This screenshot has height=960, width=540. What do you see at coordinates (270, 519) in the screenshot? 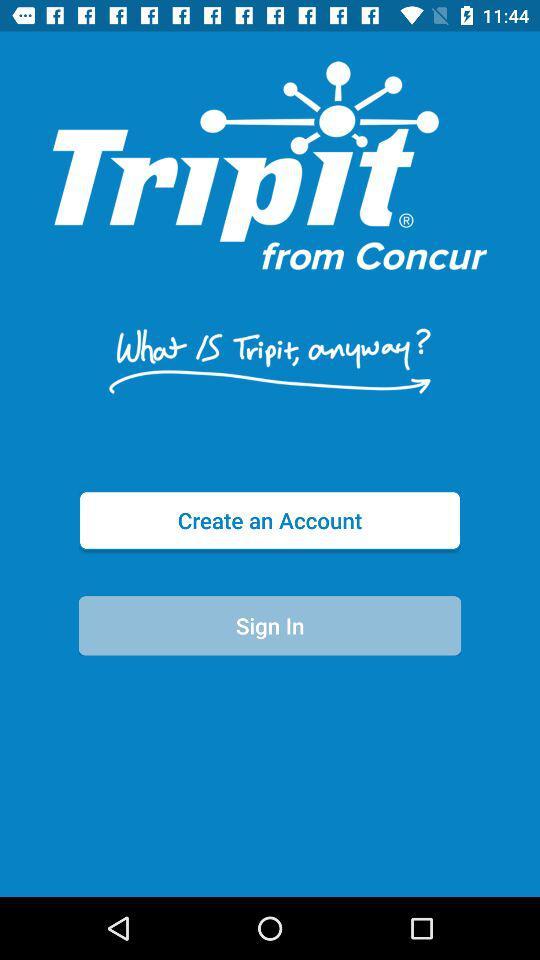
I see `item above the sign in` at bounding box center [270, 519].